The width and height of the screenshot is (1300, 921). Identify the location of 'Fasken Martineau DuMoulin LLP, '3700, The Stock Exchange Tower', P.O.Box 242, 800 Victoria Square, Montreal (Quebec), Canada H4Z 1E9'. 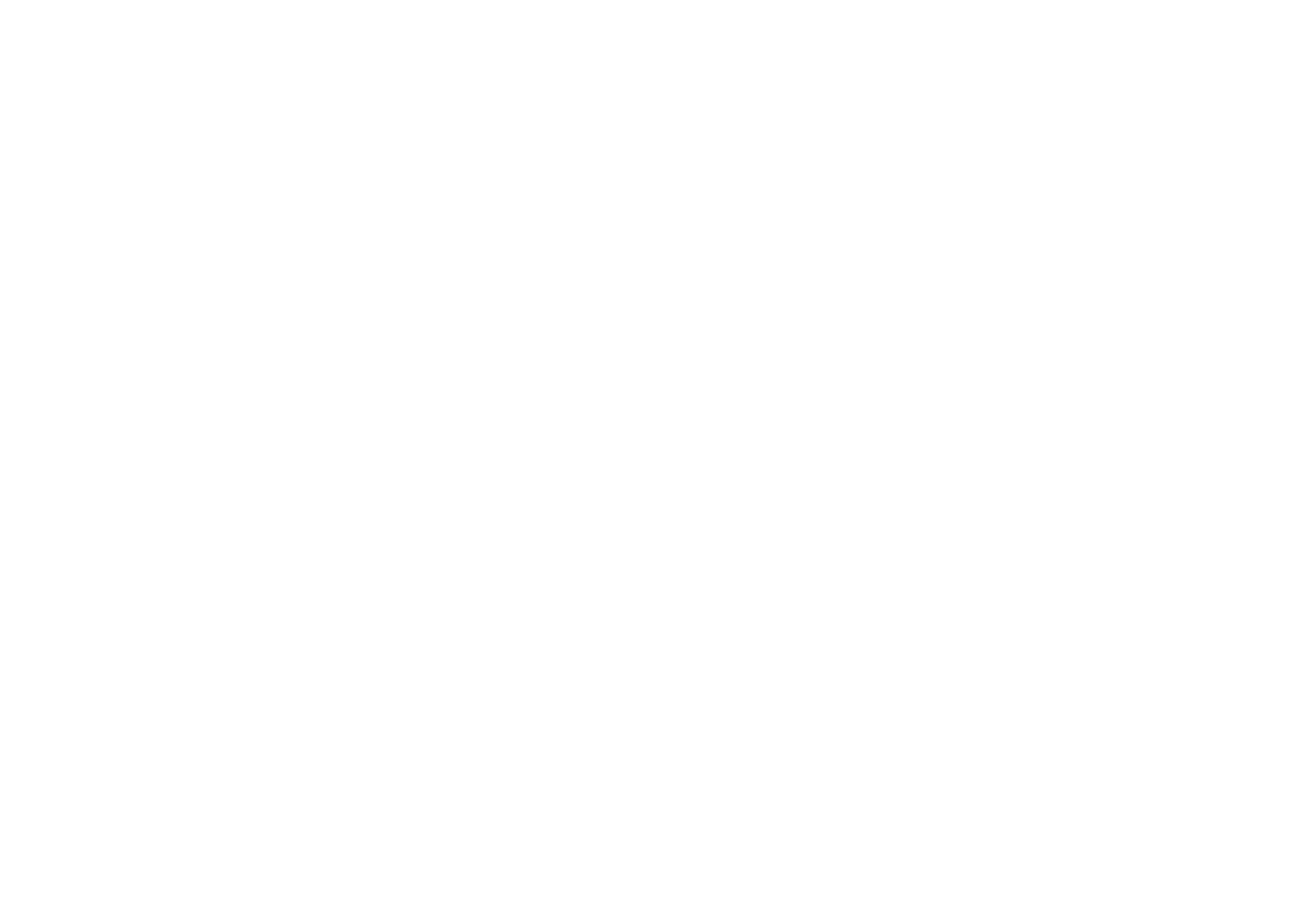
(659, 295).